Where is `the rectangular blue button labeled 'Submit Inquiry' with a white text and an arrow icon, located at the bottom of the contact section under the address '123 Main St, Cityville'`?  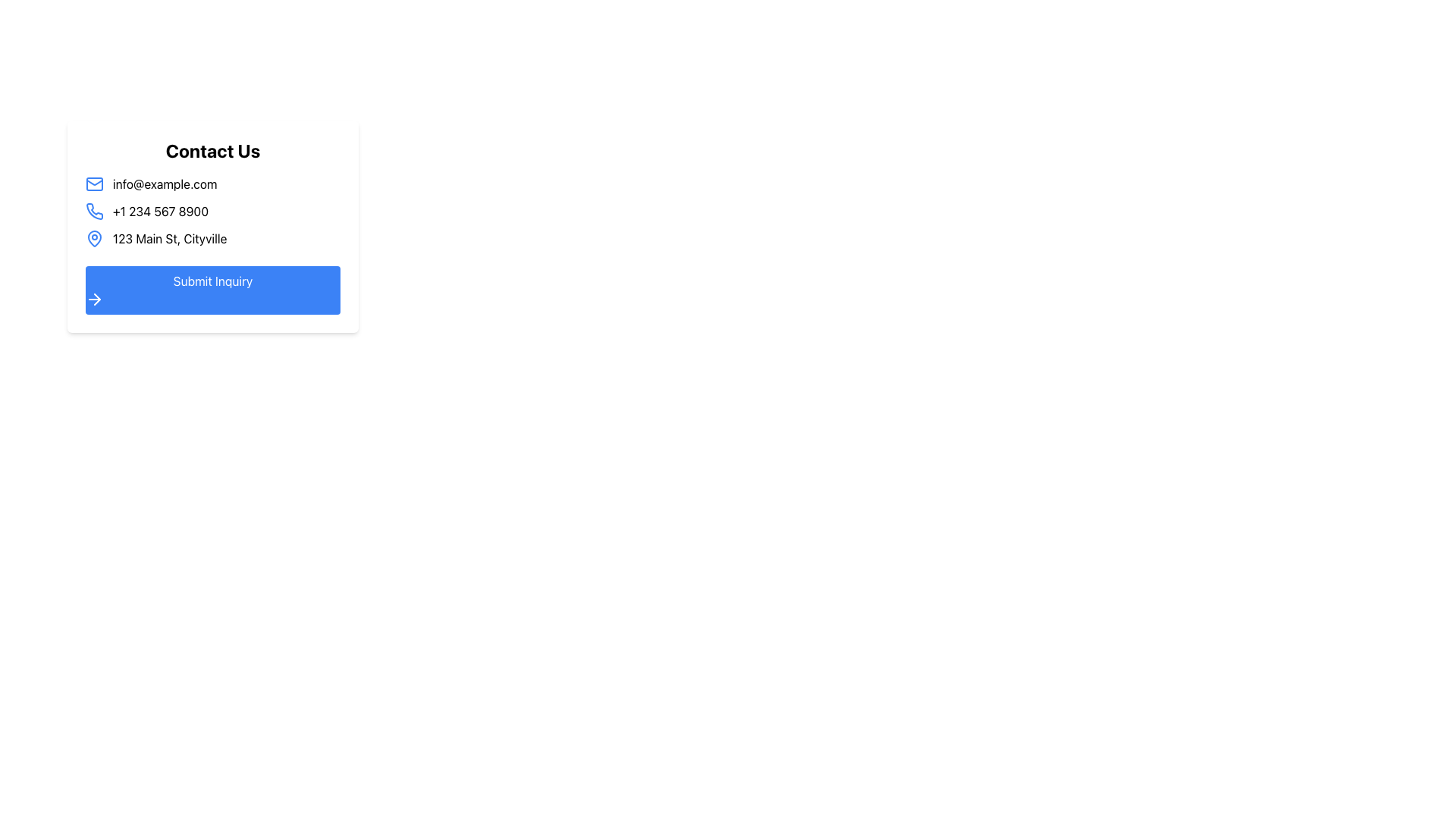
the rectangular blue button labeled 'Submit Inquiry' with a white text and an arrow icon, located at the bottom of the contact section under the address '123 Main St, Cityville' is located at coordinates (212, 290).